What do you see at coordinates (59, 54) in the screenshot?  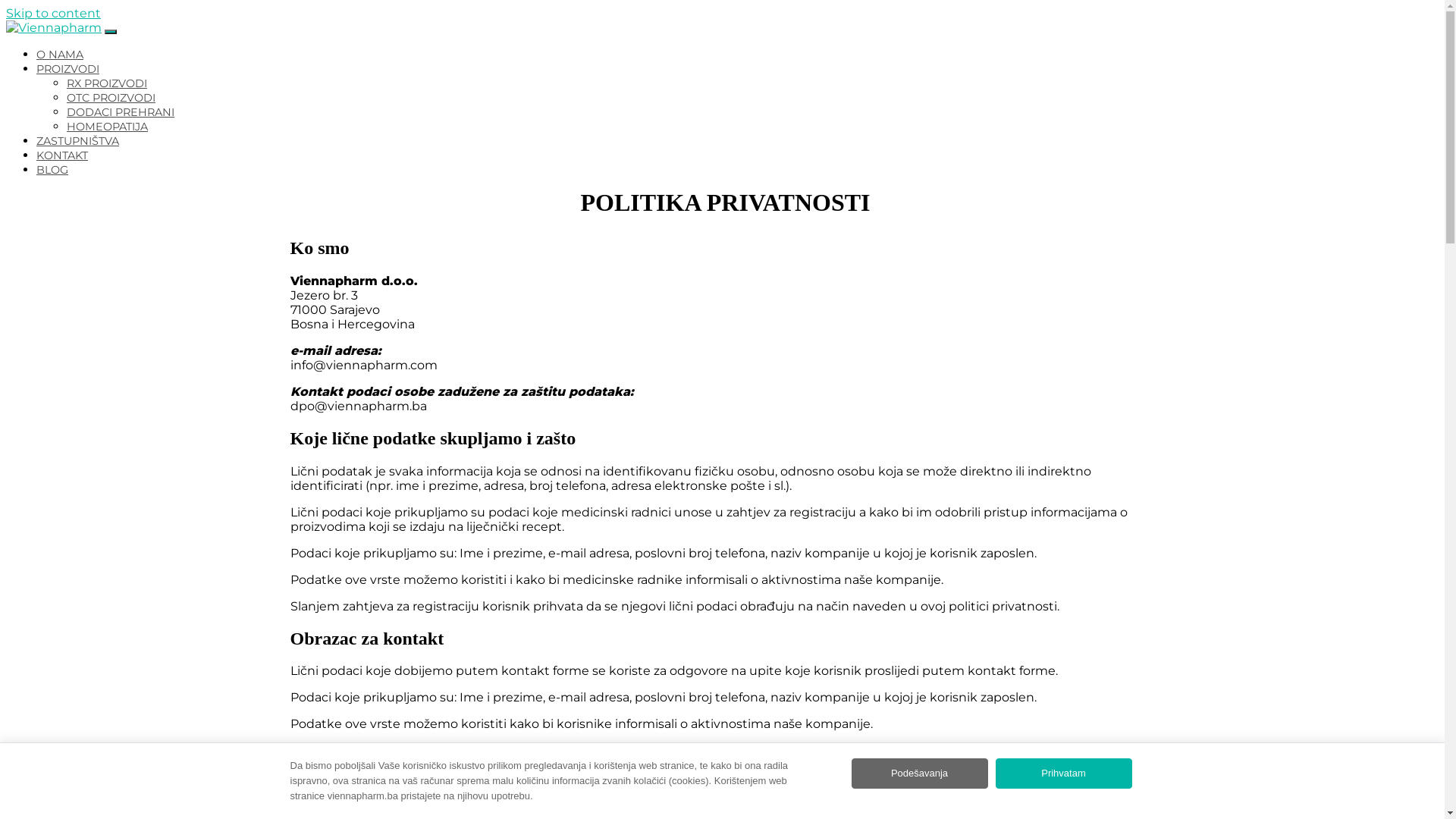 I see `'O NAMA'` at bounding box center [59, 54].